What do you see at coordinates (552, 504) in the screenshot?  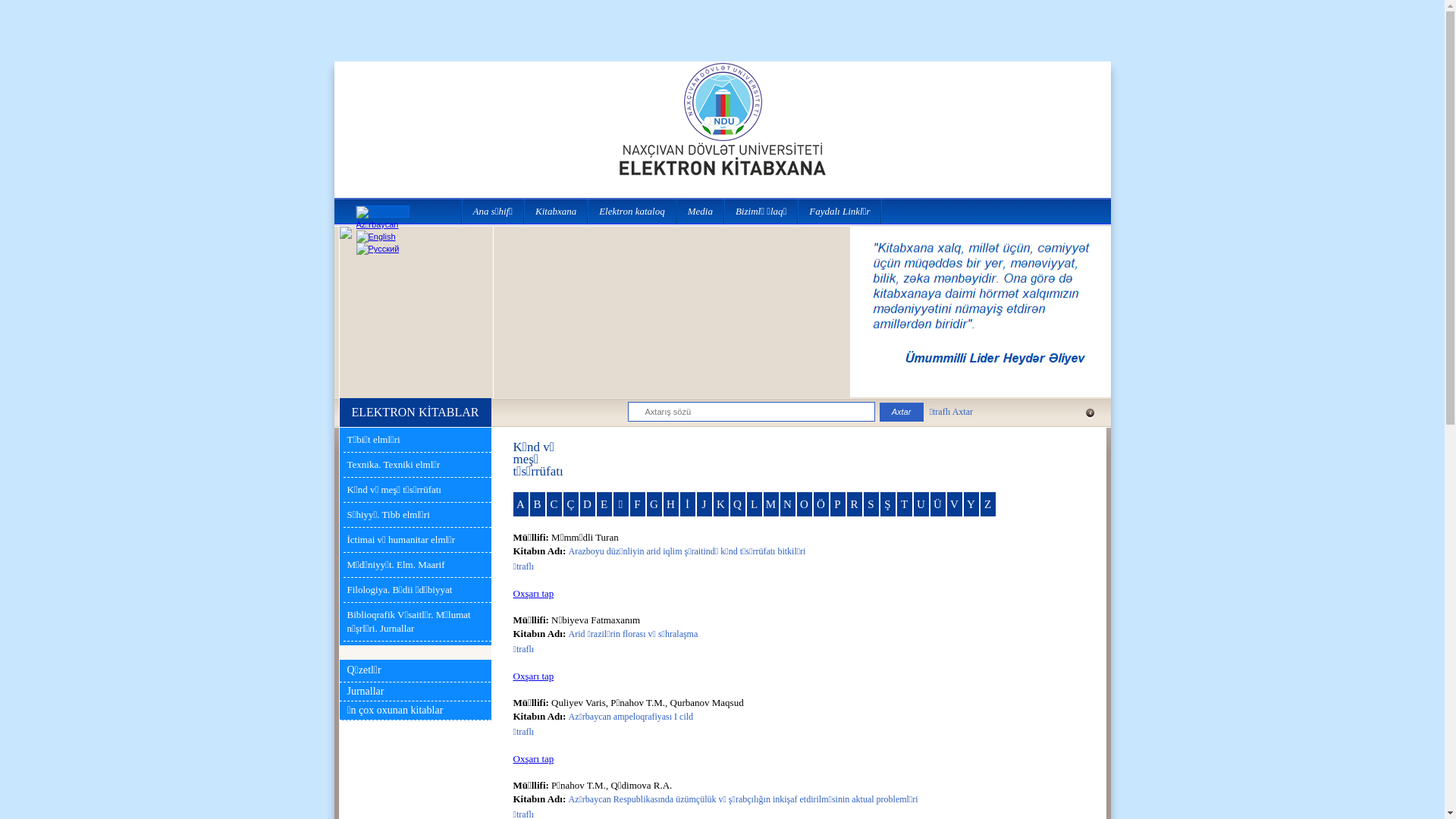 I see `'C'` at bounding box center [552, 504].